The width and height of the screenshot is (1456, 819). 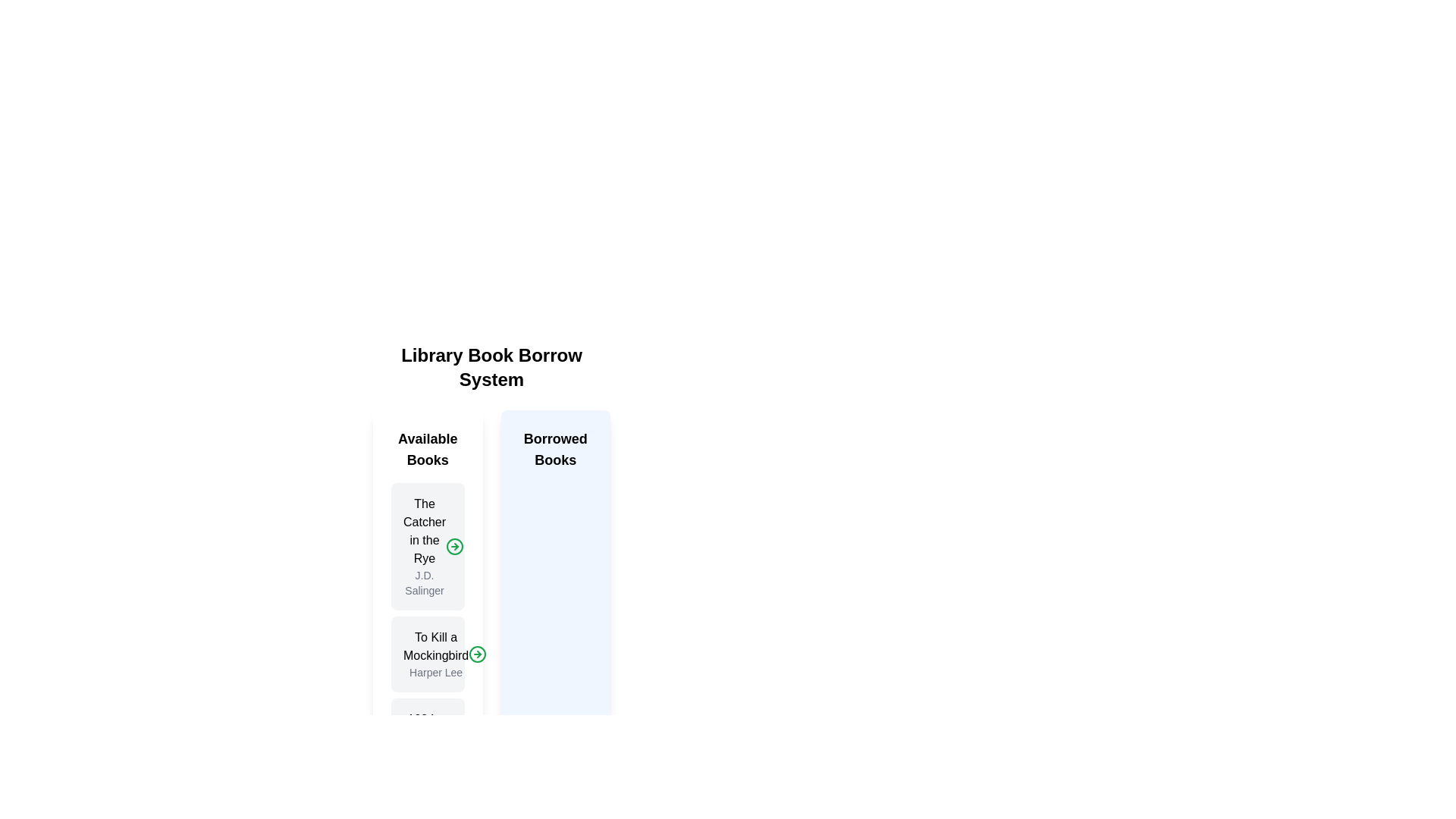 I want to click on the text label displaying 'Borrowed Books', which is a bold heading within a blue shaded box located centrally in the interface, so click(x=554, y=449).